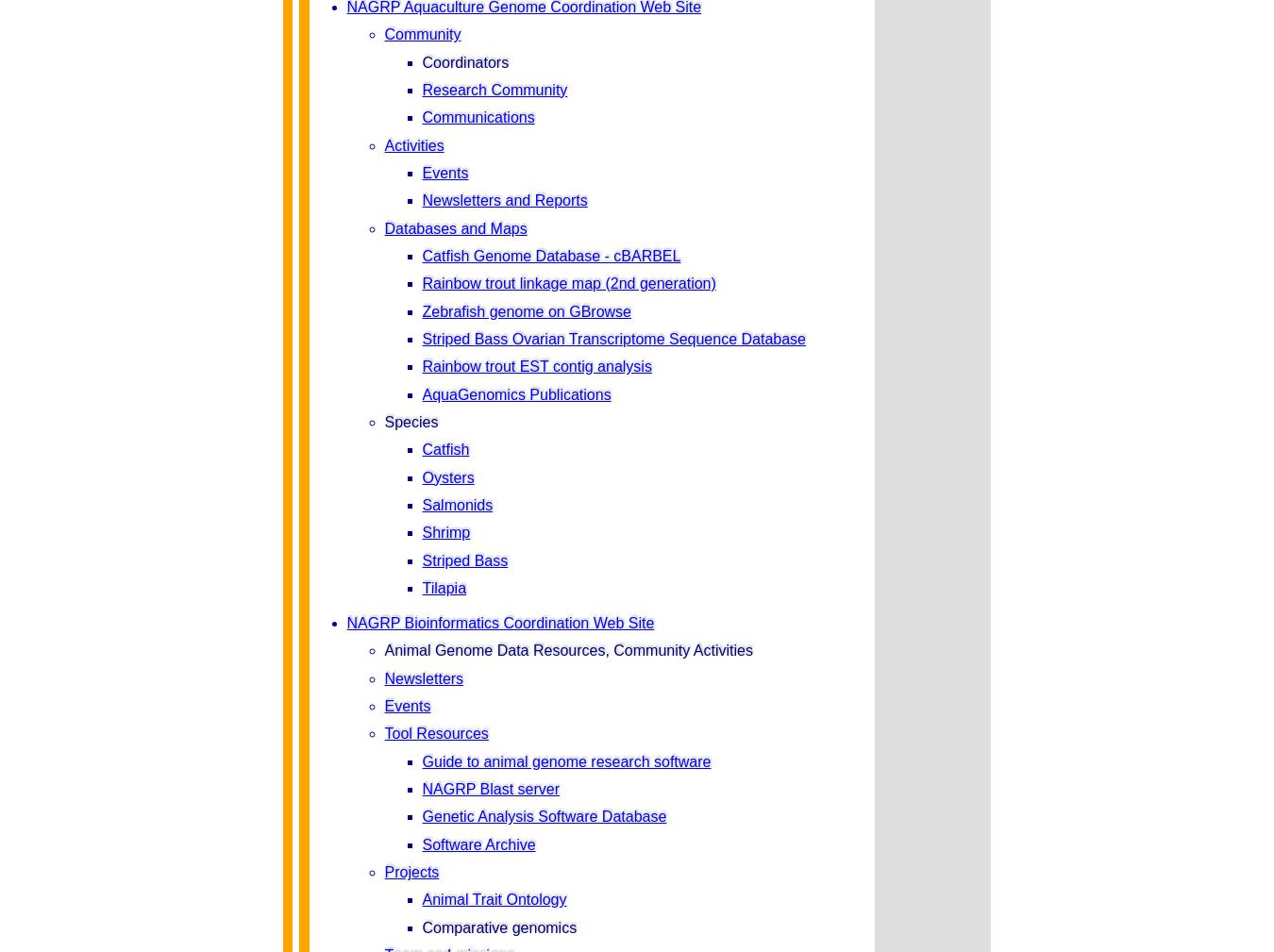 This screenshot has height=952, width=1274. What do you see at coordinates (499, 623) in the screenshot?
I see `'NAGRP Bioinformatics Coordination Web Site'` at bounding box center [499, 623].